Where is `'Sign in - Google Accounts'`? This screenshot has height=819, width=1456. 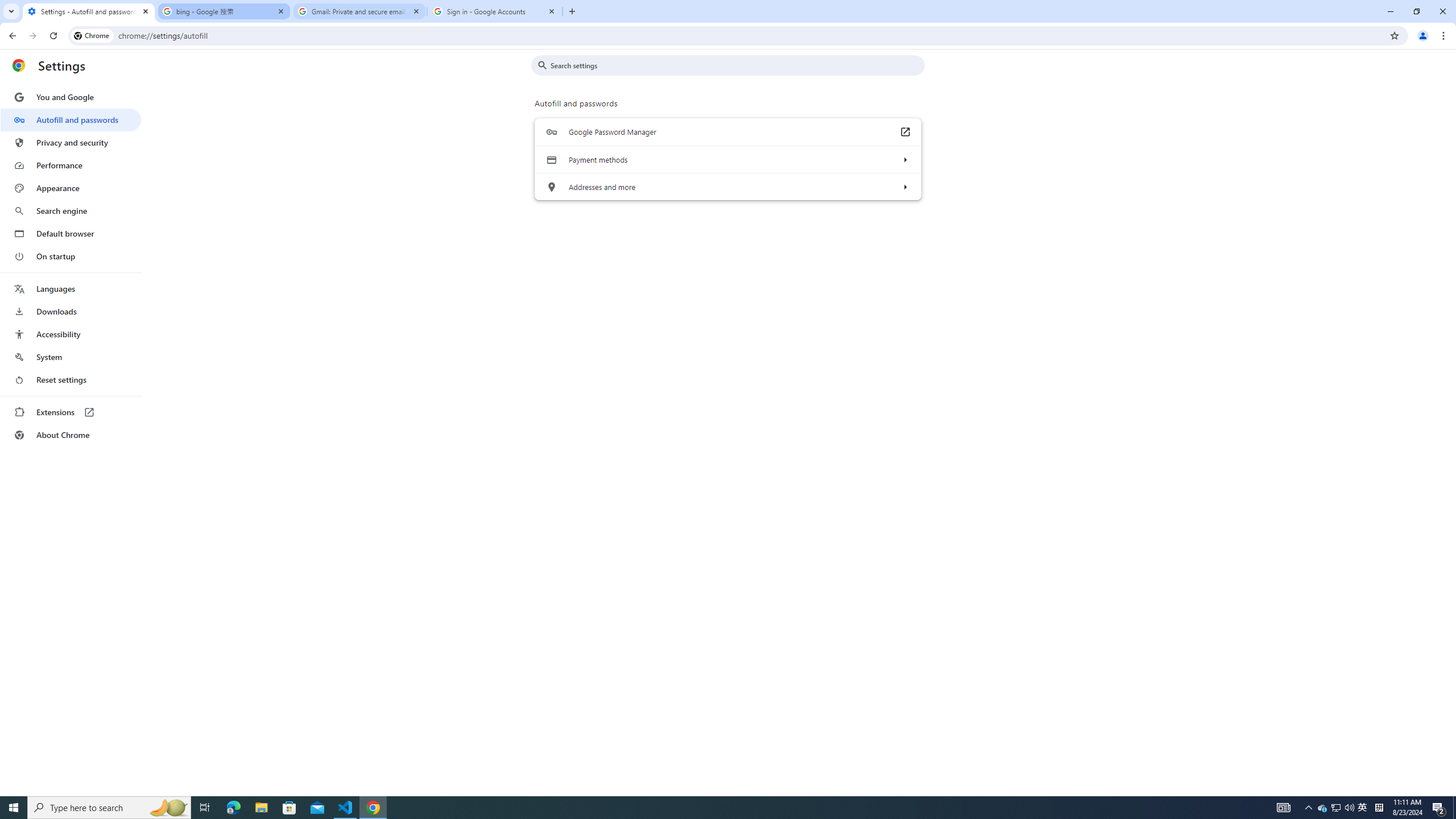 'Sign in - Google Accounts' is located at coordinates (494, 11).